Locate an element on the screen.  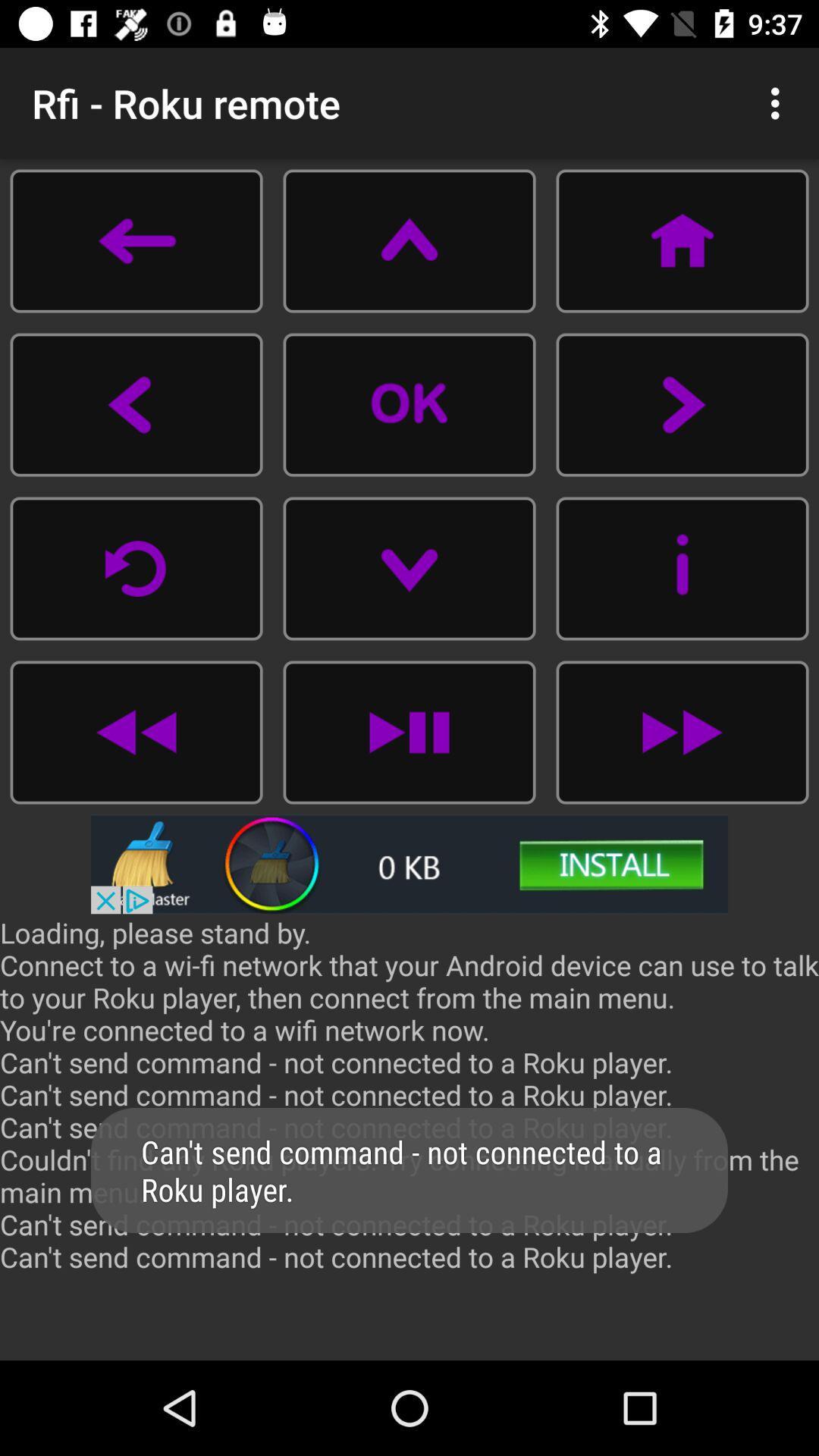
the info icon is located at coordinates (681, 567).